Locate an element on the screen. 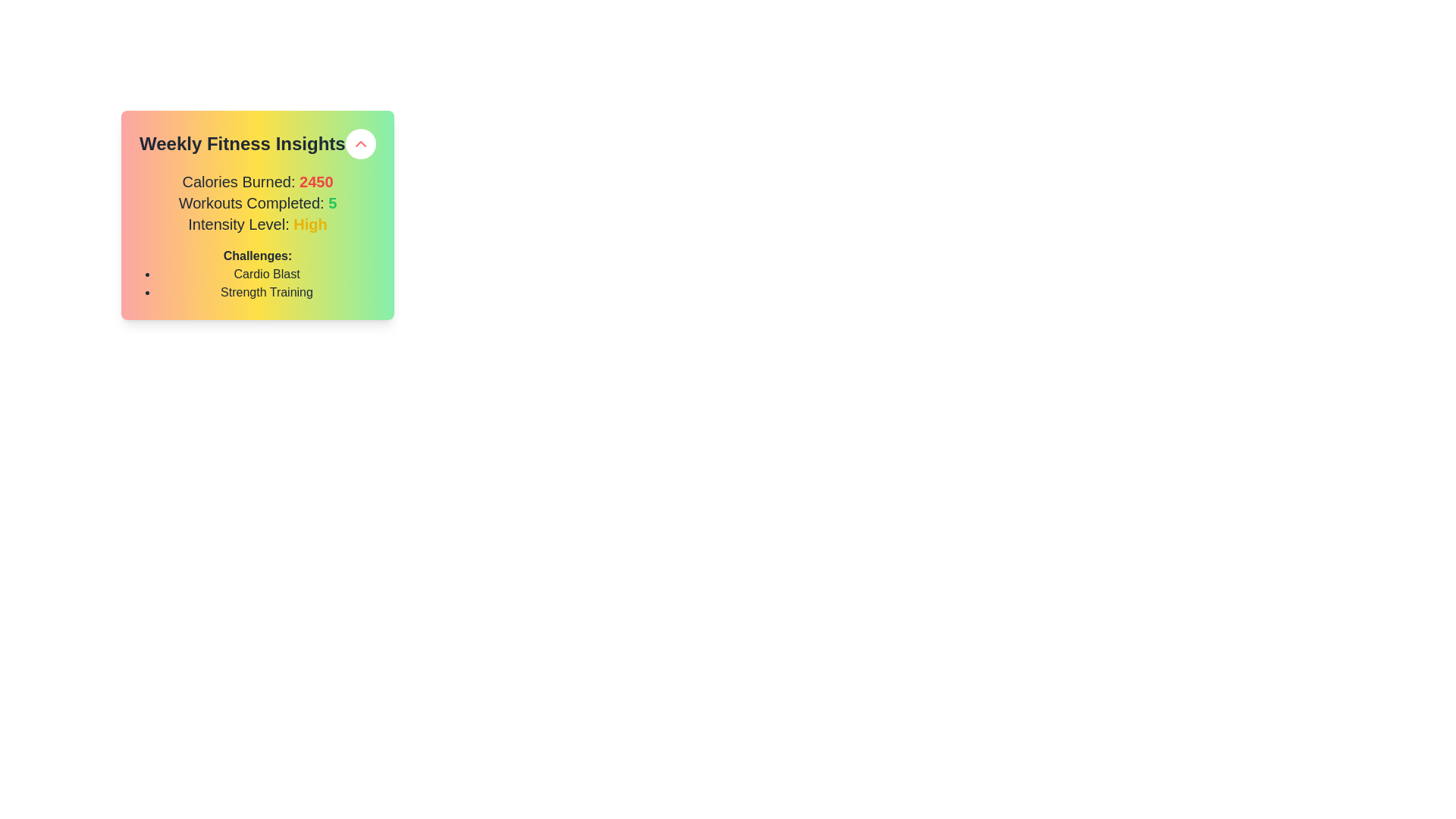  the Text display that shows the total number of calories burned, located at the top of 'Weekly Fitness Insights', above 'Workouts Completed: 5' and 'Intensity Level: High' is located at coordinates (258, 180).